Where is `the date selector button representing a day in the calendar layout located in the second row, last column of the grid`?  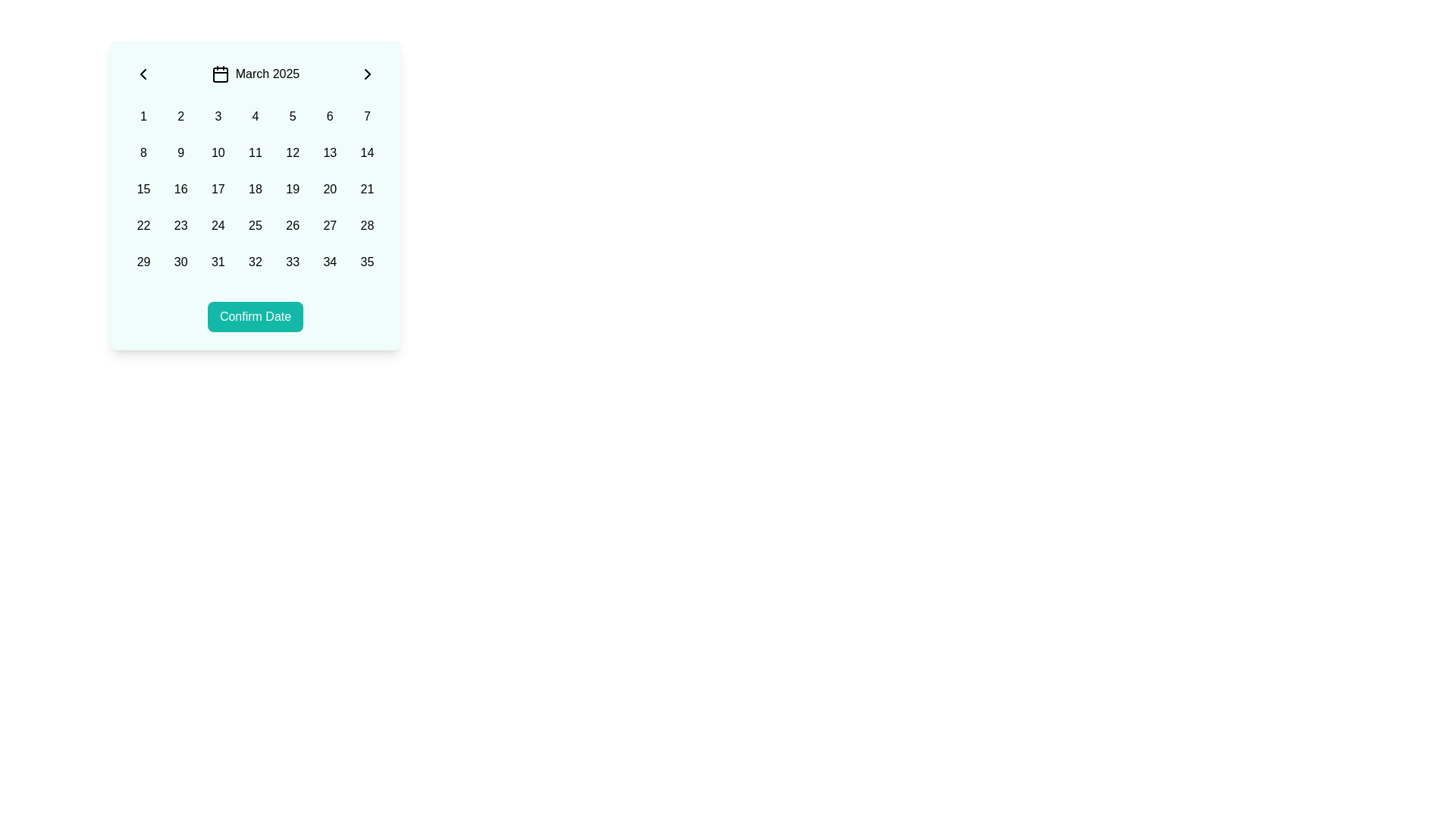
the date selector button representing a day in the calendar layout located in the second row, last column of the grid is located at coordinates (367, 152).